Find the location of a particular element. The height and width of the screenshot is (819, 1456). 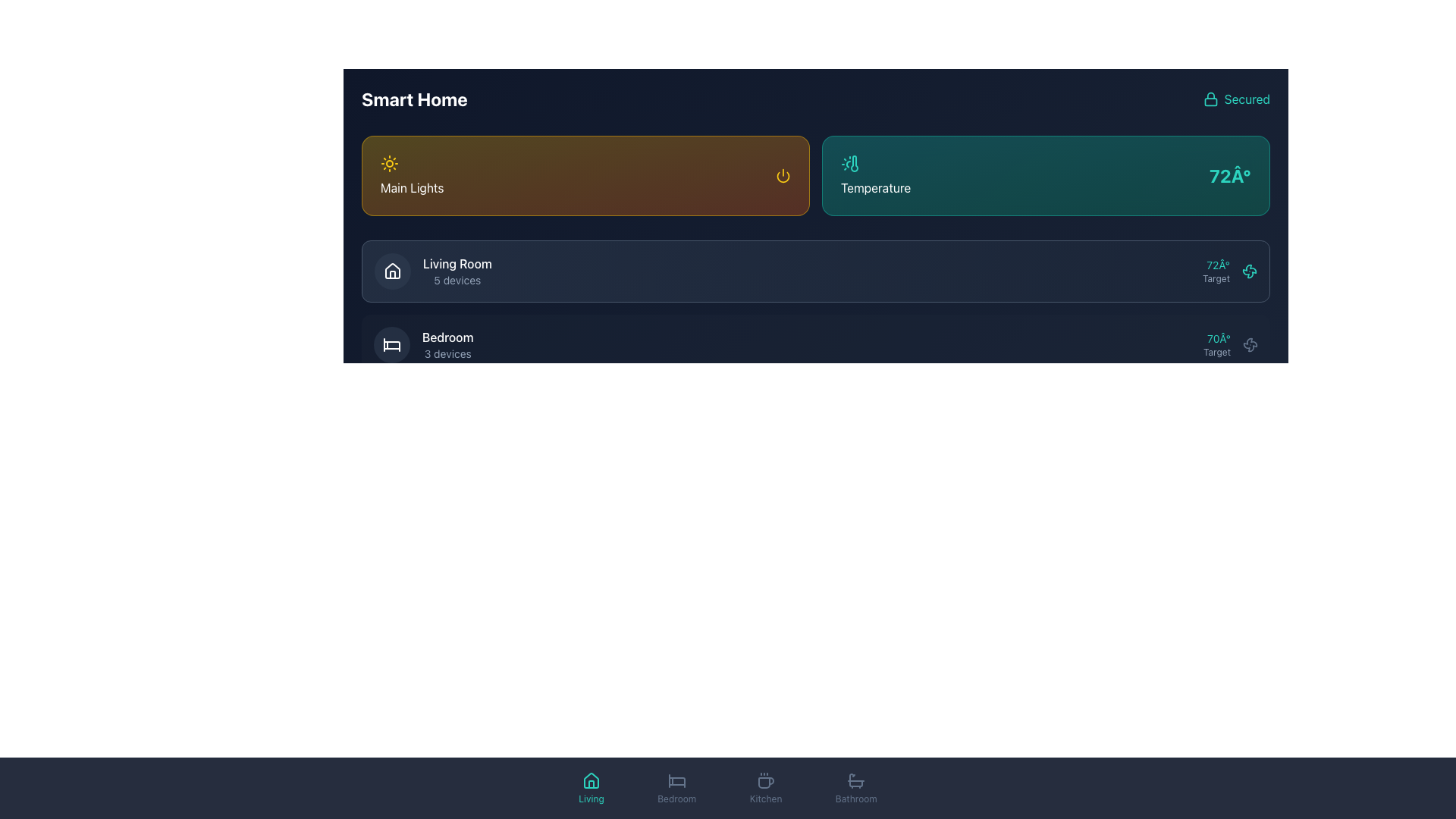

the temperature setting display located in the top-right corner of the bottom panel is located at coordinates (1216, 271).